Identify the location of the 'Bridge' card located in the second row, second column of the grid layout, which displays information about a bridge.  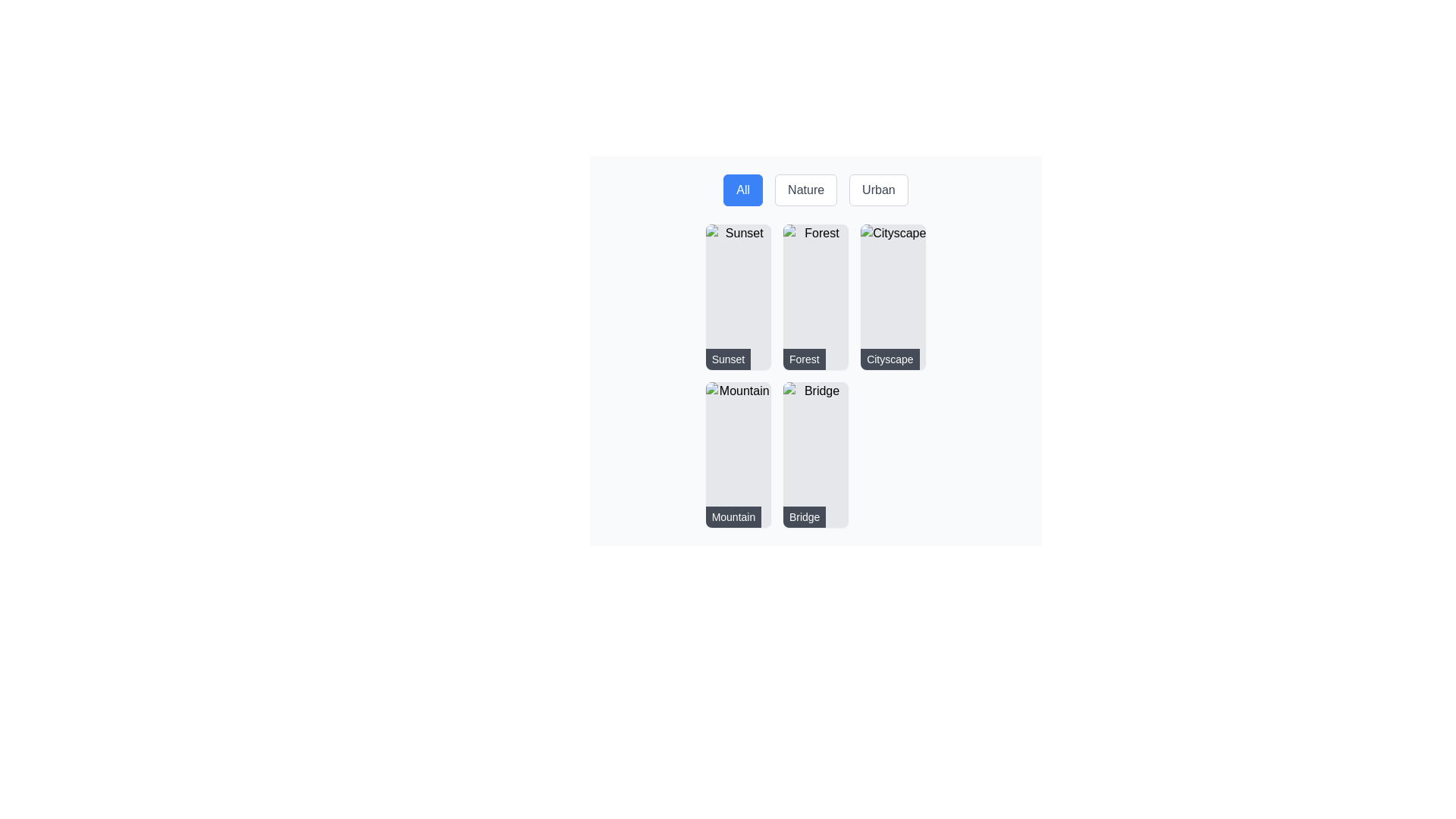
(814, 454).